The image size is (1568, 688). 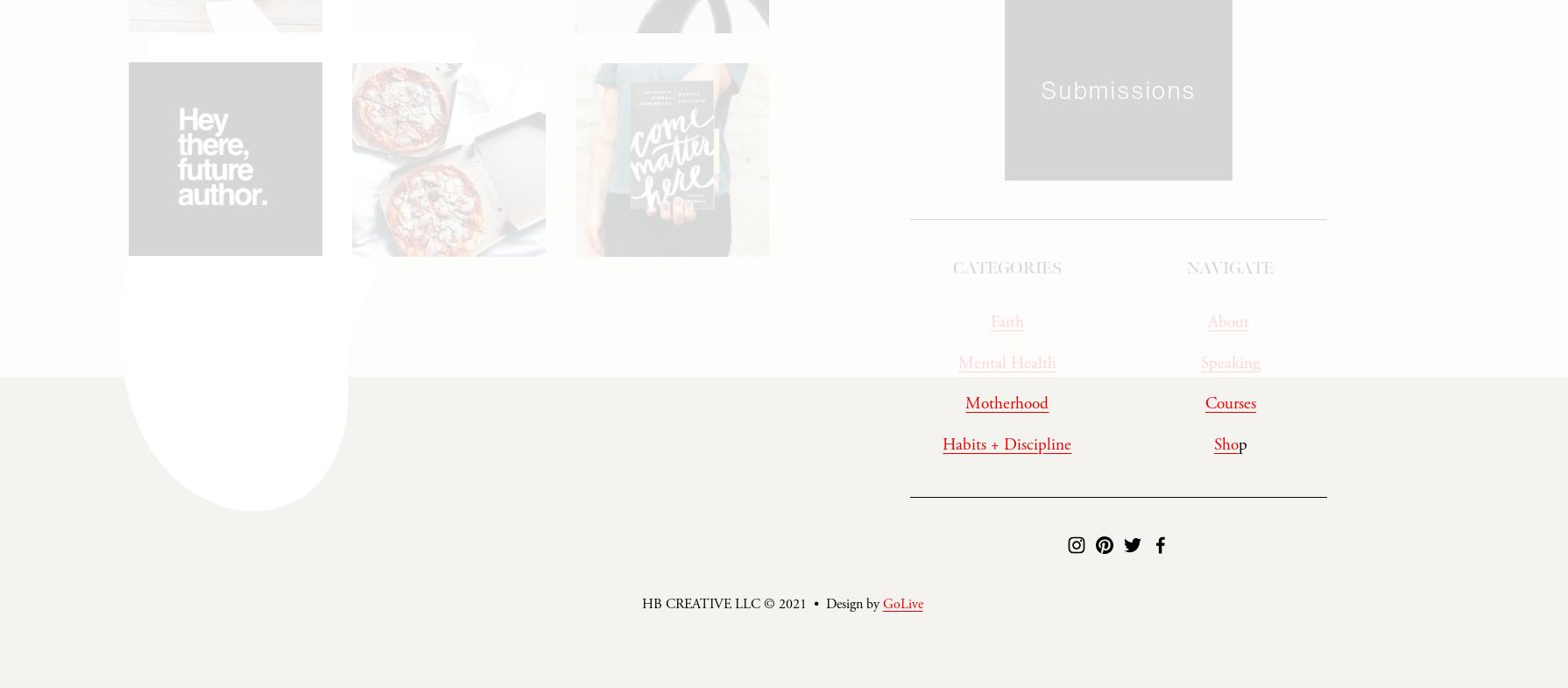 What do you see at coordinates (1006, 273) in the screenshot?
I see `'CATEGORIES'` at bounding box center [1006, 273].